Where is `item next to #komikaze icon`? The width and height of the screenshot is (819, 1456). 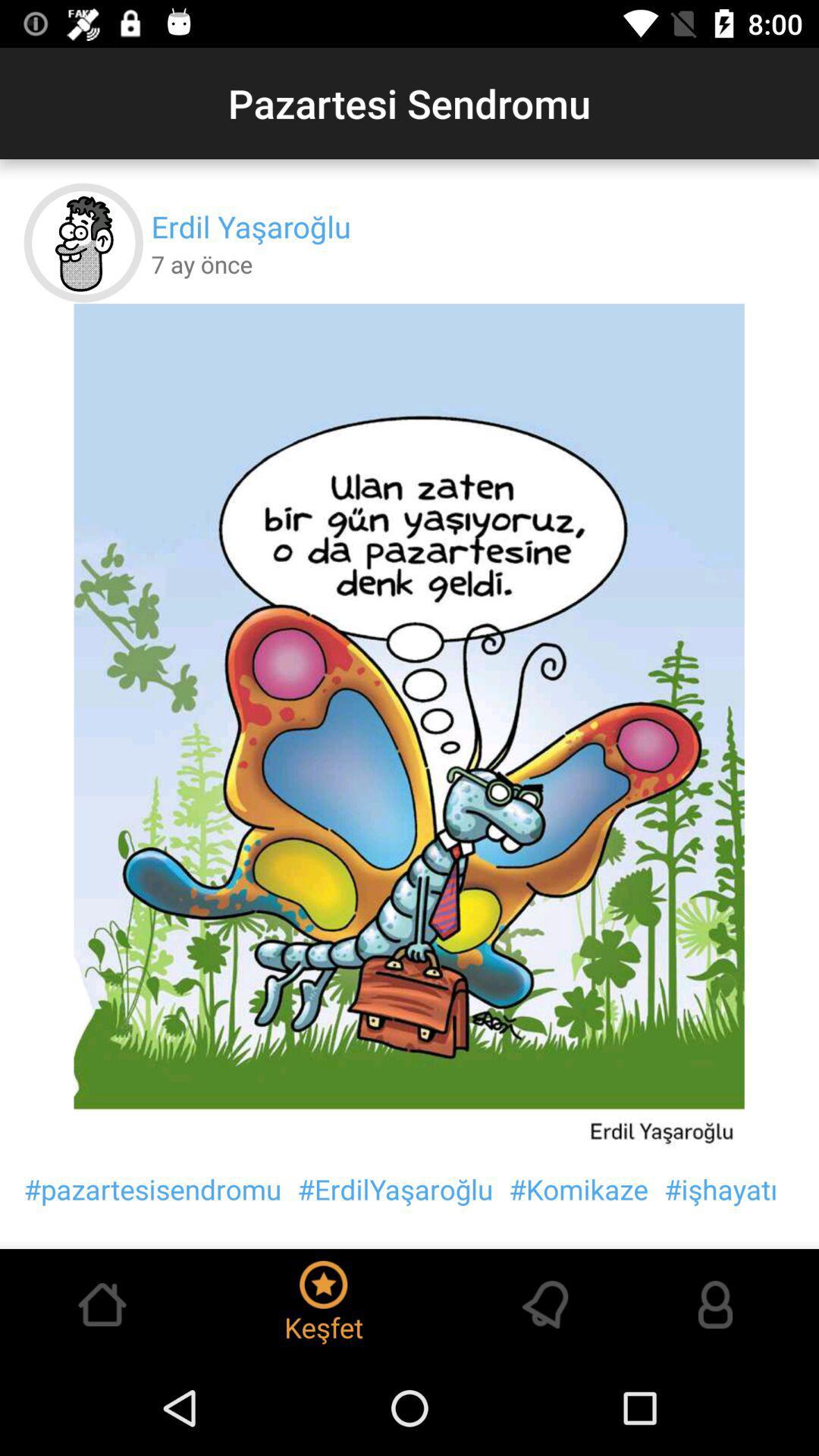 item next to #komikaze icon is located at coordinates (720, 1188).